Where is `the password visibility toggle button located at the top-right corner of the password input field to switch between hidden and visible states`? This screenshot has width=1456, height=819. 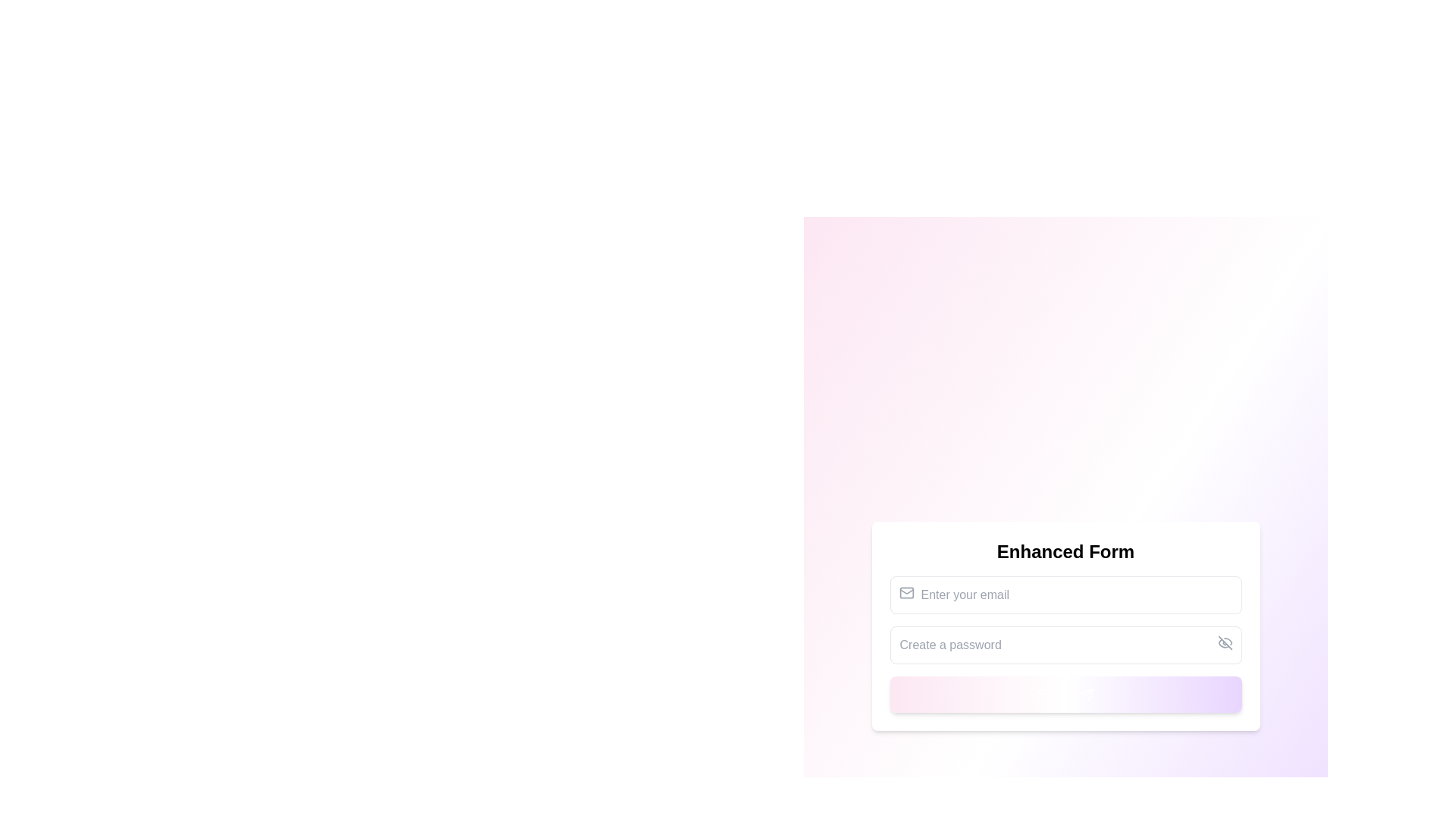
the password visibility toggle button located at the top-right corner of the password input field to switch between hidden and visible states is located at coordinates (1225, 643).